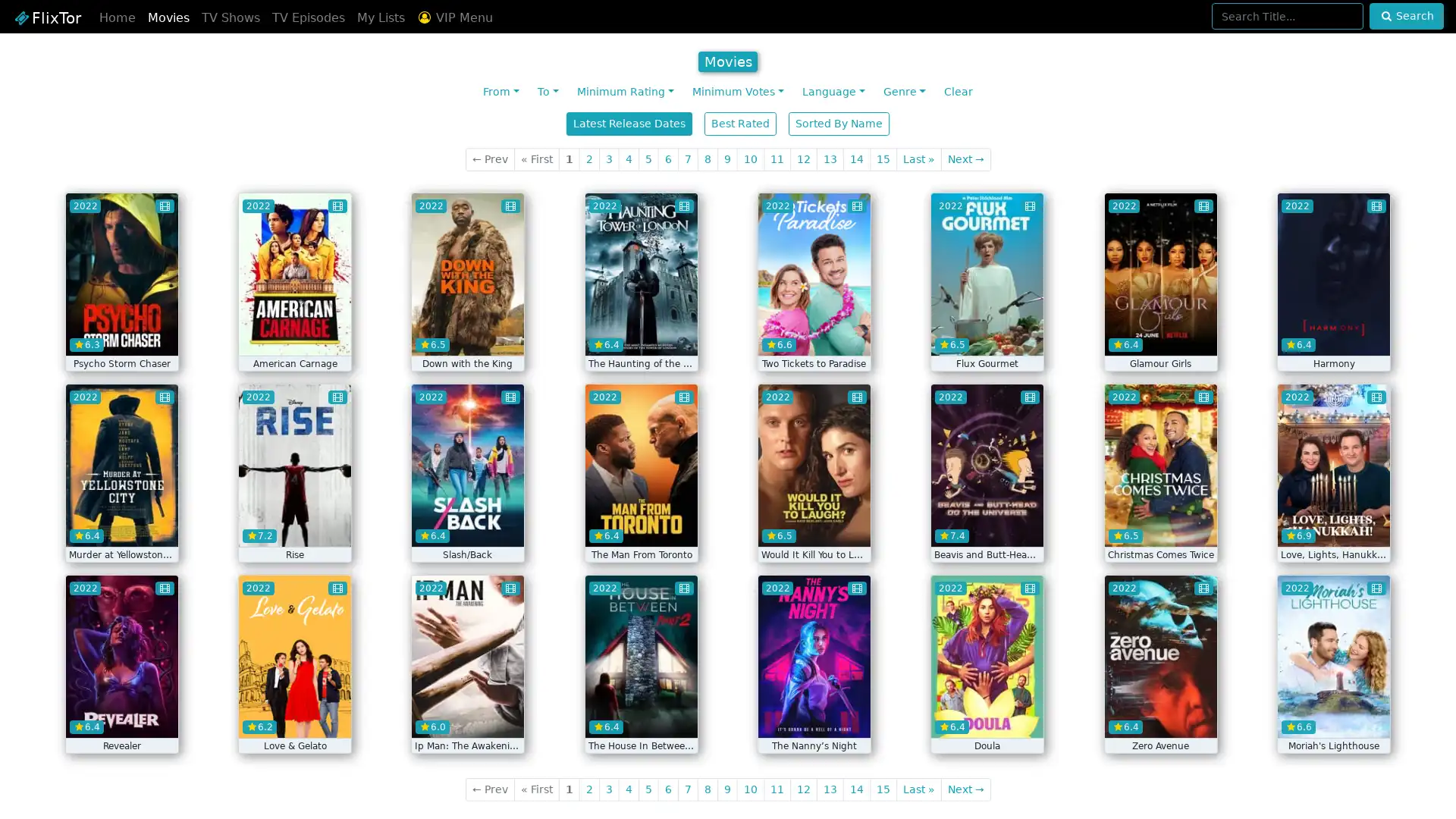 The width and height of the screenshot is (1456, 819). What do you see at coordinates (120, 716) in the screenshot?
I see `Watch Now` at bounding box center [120, 716].